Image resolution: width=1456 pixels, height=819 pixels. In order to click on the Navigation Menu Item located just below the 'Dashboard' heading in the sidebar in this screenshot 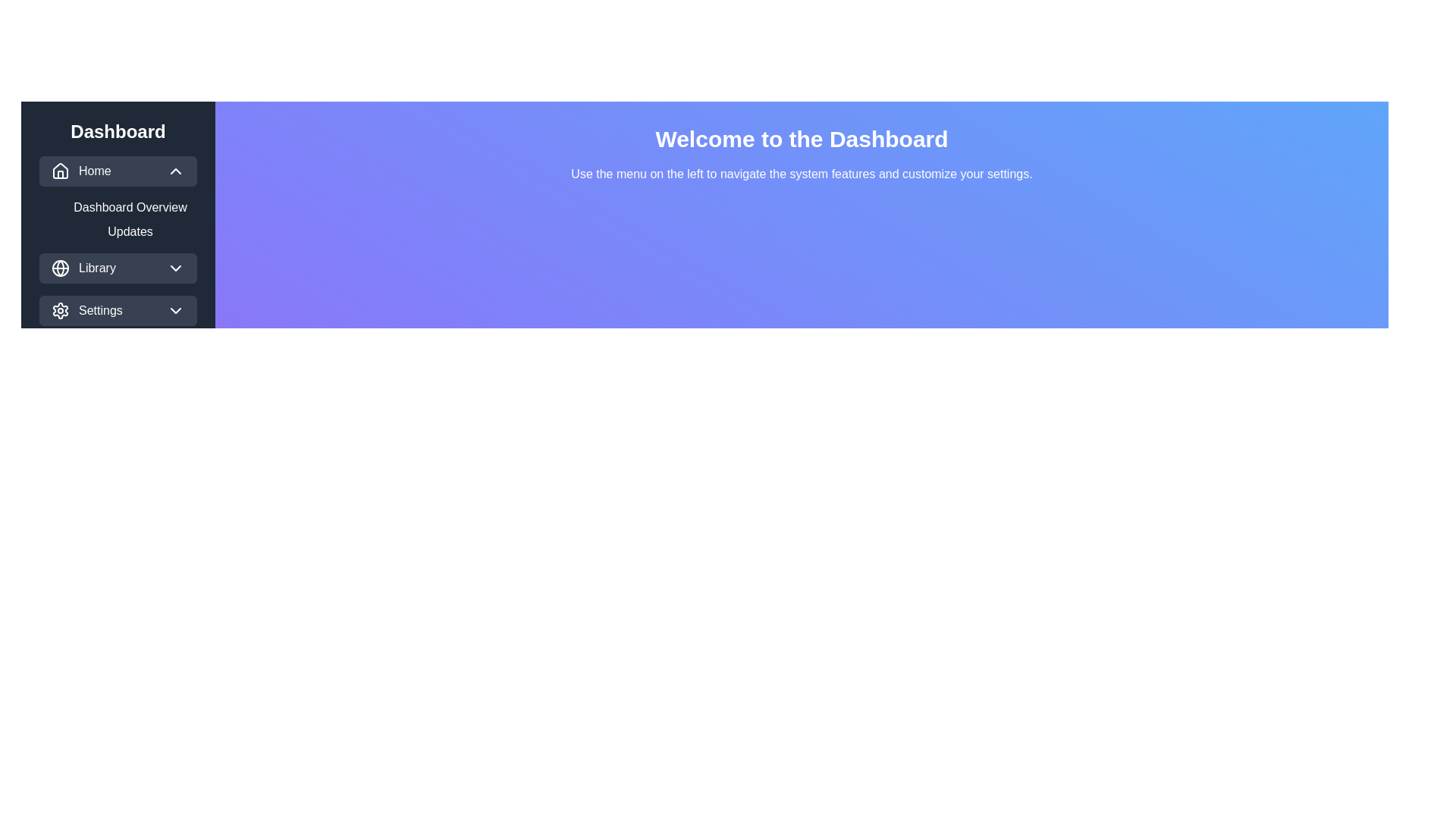, I will do `click(80, 171)`.